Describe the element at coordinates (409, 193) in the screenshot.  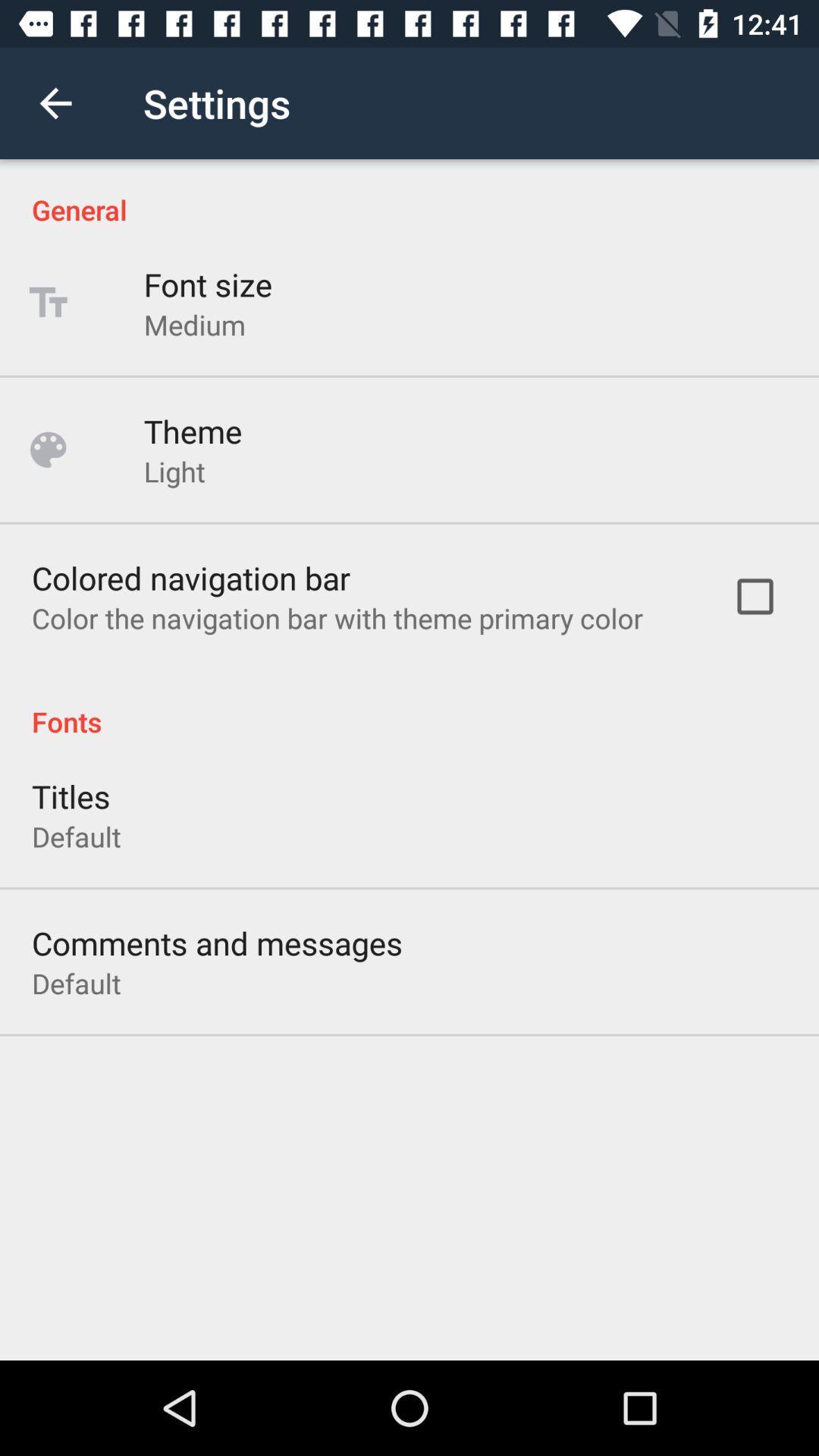
I see `the general` at that location.